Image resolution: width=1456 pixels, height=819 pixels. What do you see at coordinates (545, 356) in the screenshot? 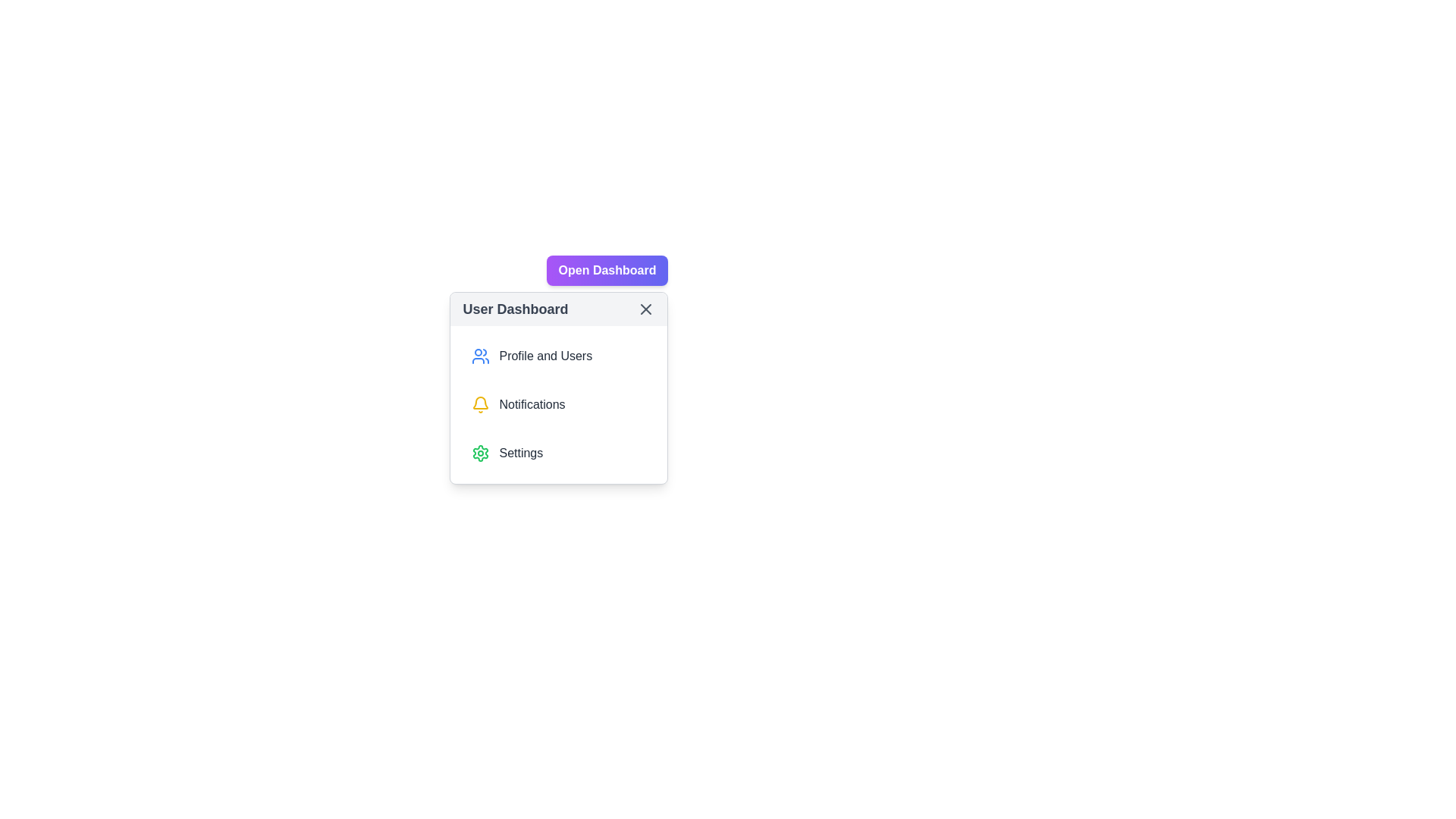
I see `the 'Profile and Users' text label in the User Dashboard` at bounding box center [545, 356].